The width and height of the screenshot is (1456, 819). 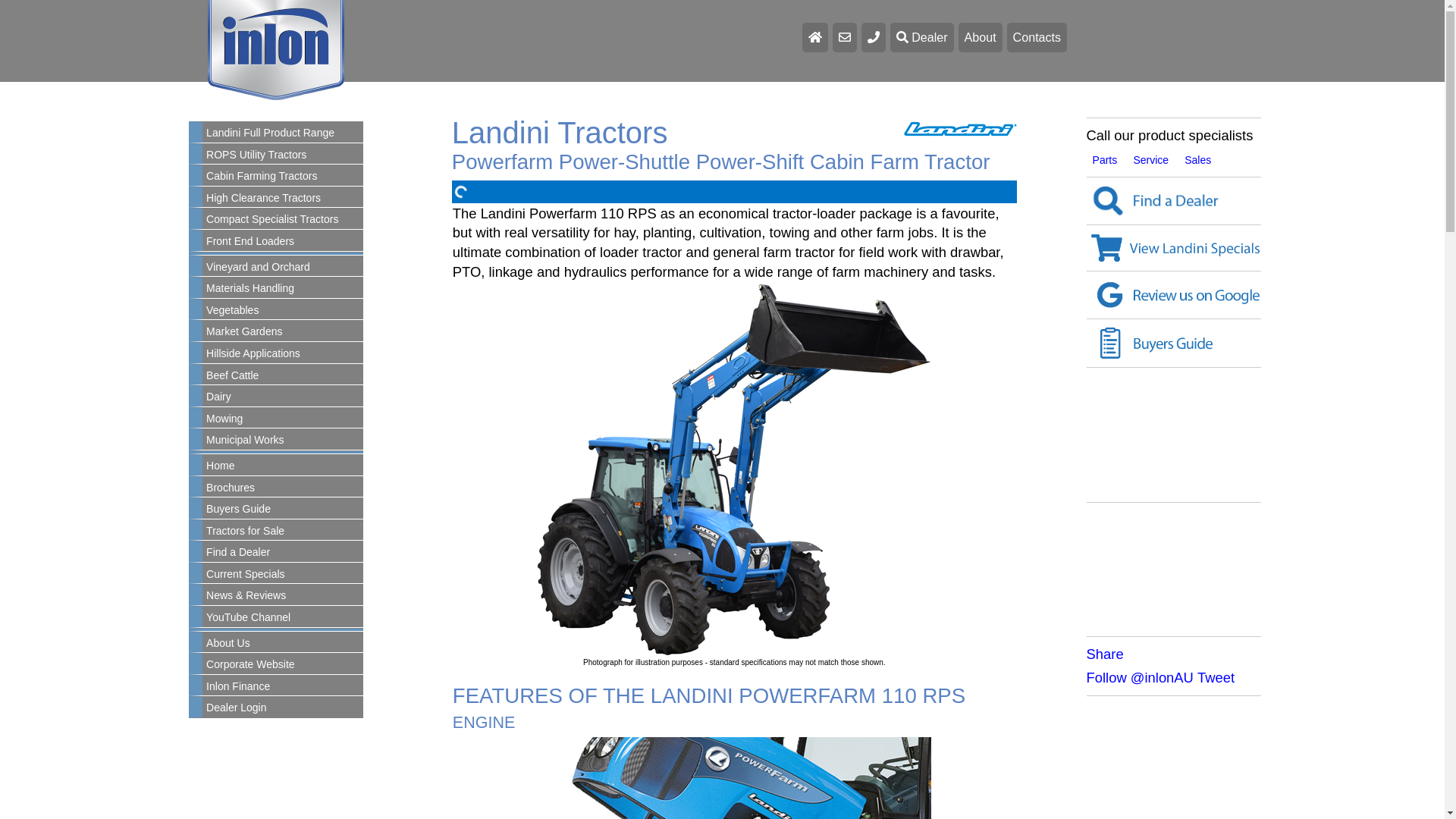 I want to click on 'ROPS Utility Tractors', so click(x=283, y=155).